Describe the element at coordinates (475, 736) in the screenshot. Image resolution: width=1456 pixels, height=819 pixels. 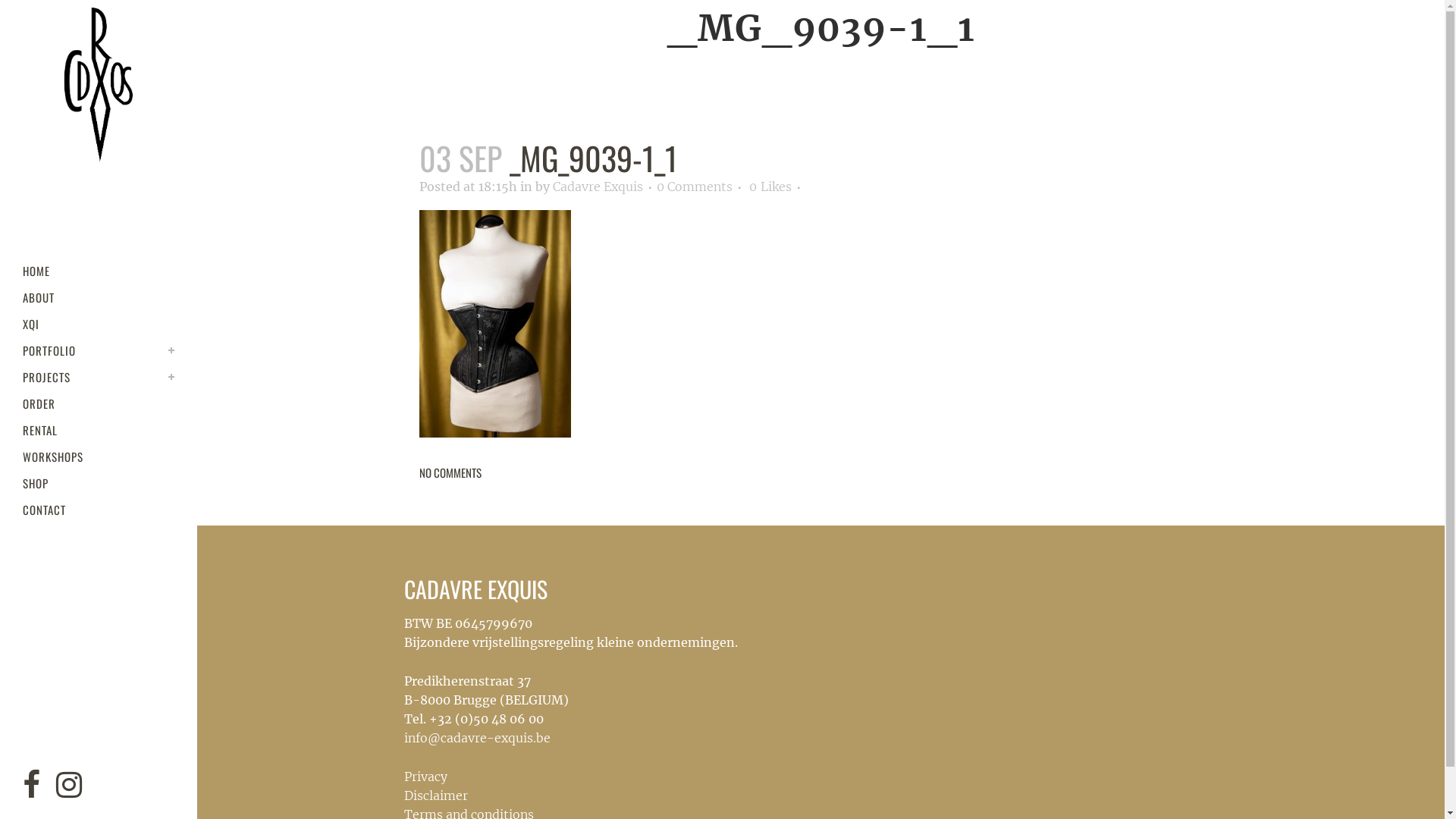
I see `'info@cadavre-exquis.be'` at that location.